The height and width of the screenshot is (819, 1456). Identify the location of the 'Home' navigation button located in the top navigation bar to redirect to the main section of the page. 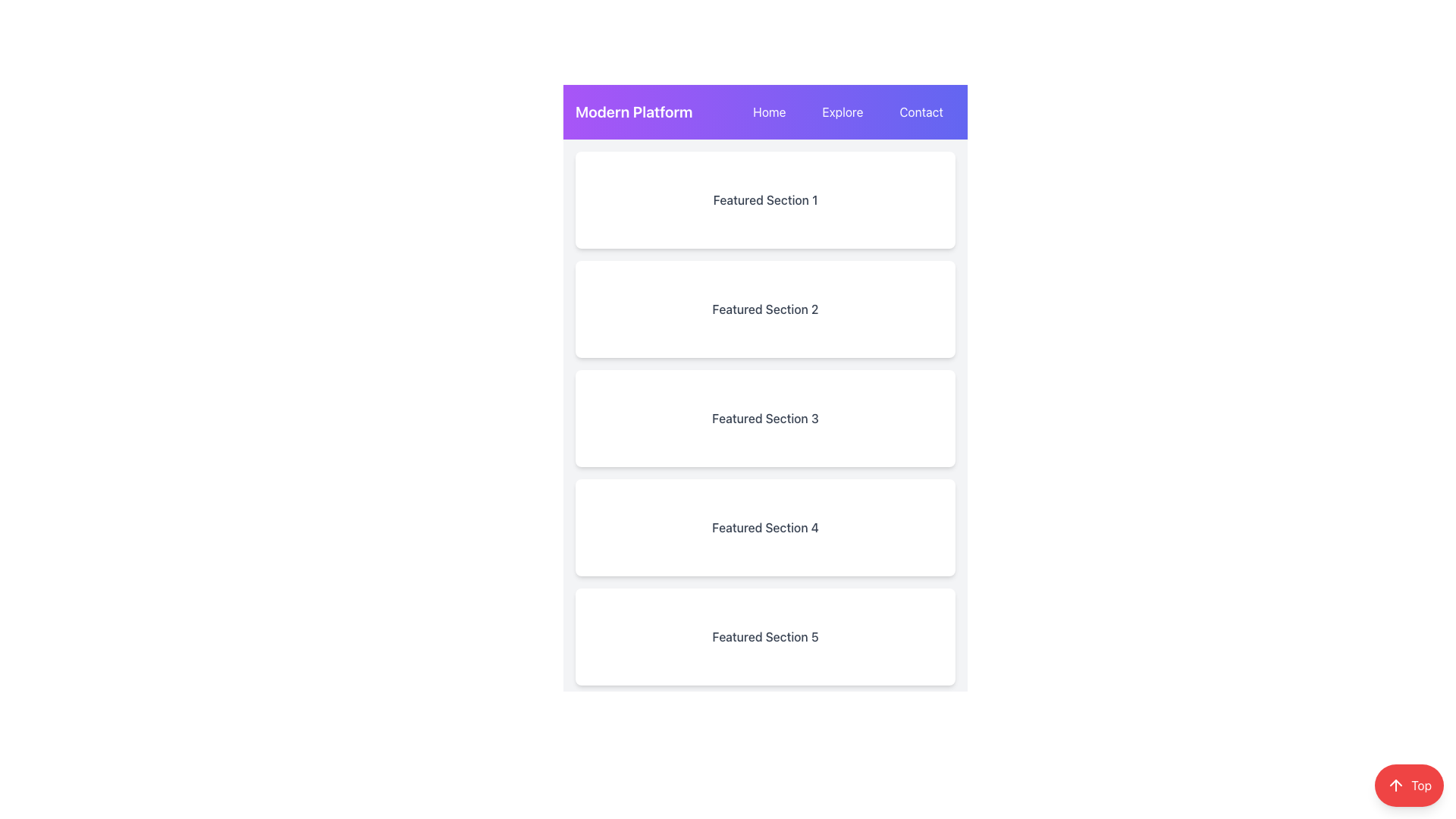
(769, 111).